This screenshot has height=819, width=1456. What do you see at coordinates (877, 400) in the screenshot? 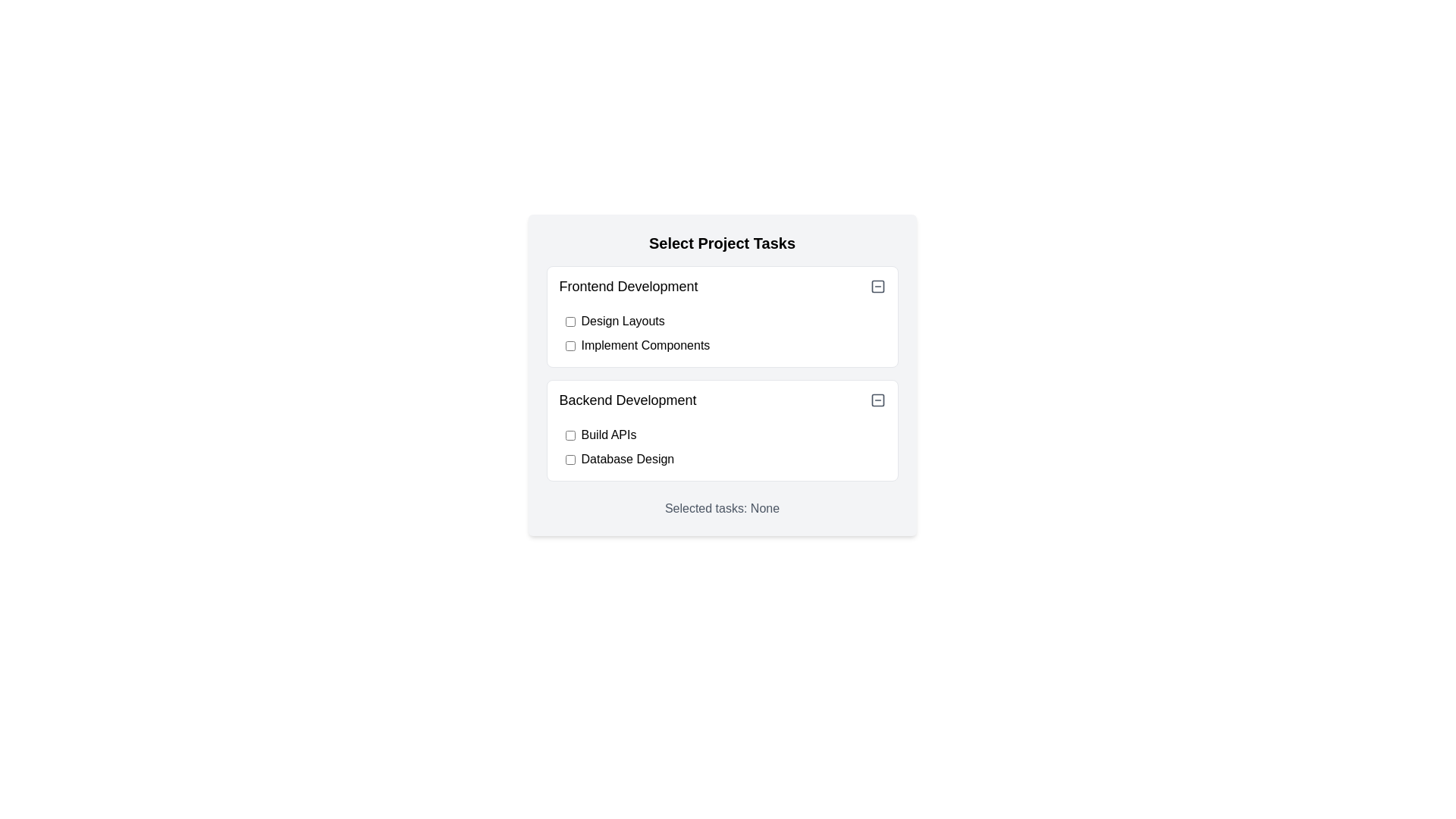
I see `the Icon button that toggles the expansion and collapse state of the 'Backend Development' section` at bounding box center [877, 400].